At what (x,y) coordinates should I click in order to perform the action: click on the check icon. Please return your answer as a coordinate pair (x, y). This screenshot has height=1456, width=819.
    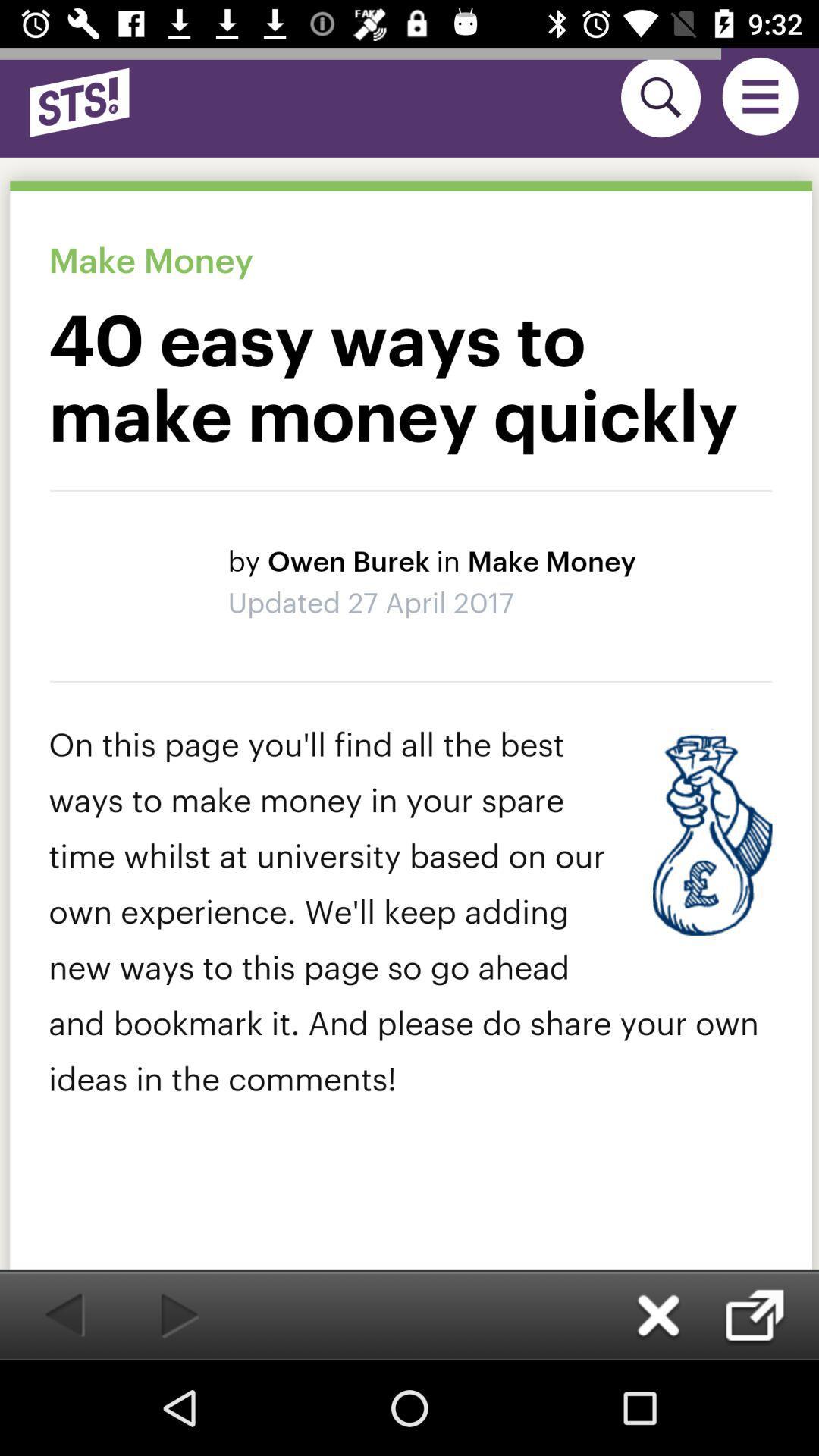
    Looking at the image, I should click on (770, 1314).